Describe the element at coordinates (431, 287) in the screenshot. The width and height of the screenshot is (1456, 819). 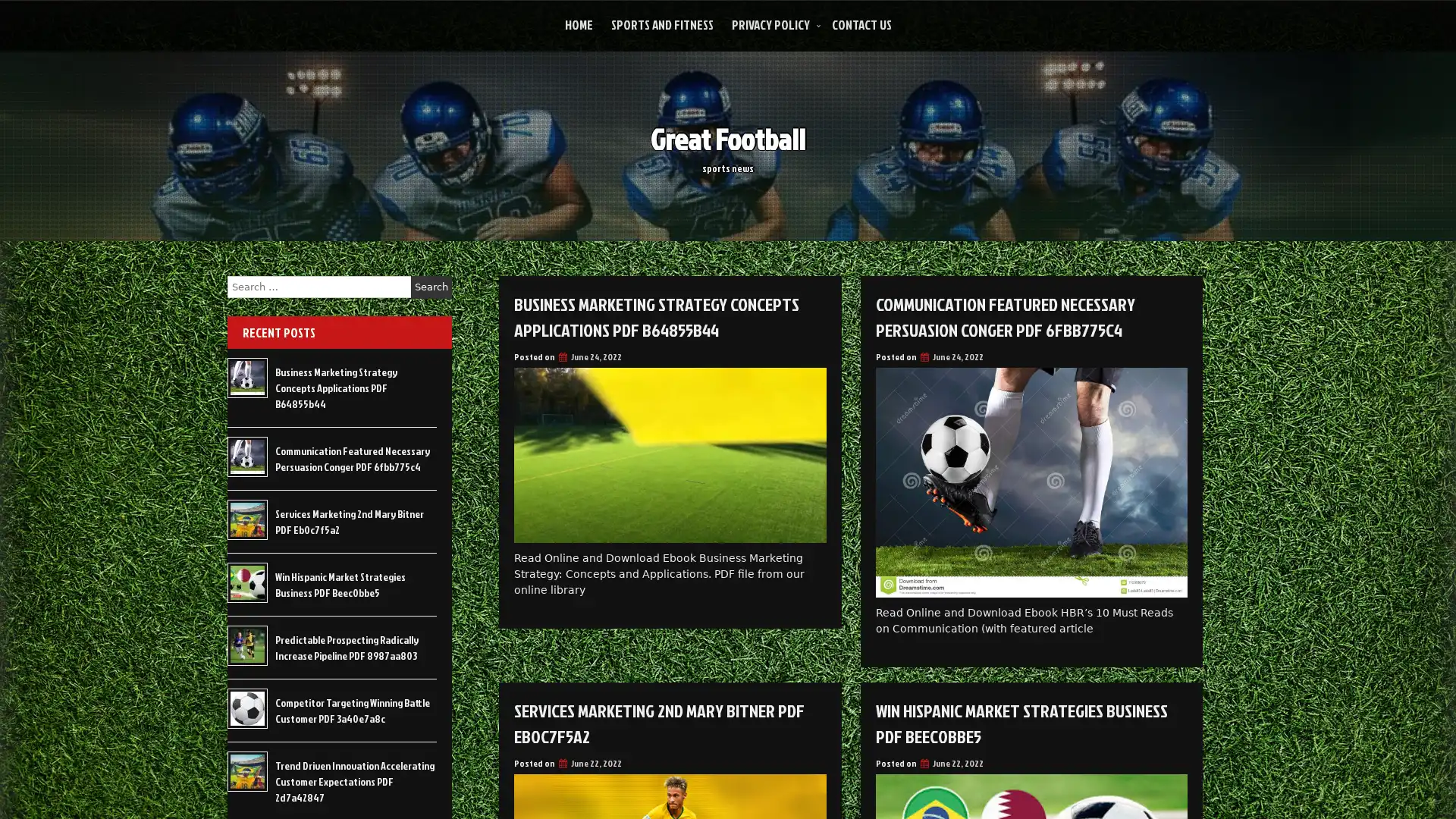
I see `Search` at that location.